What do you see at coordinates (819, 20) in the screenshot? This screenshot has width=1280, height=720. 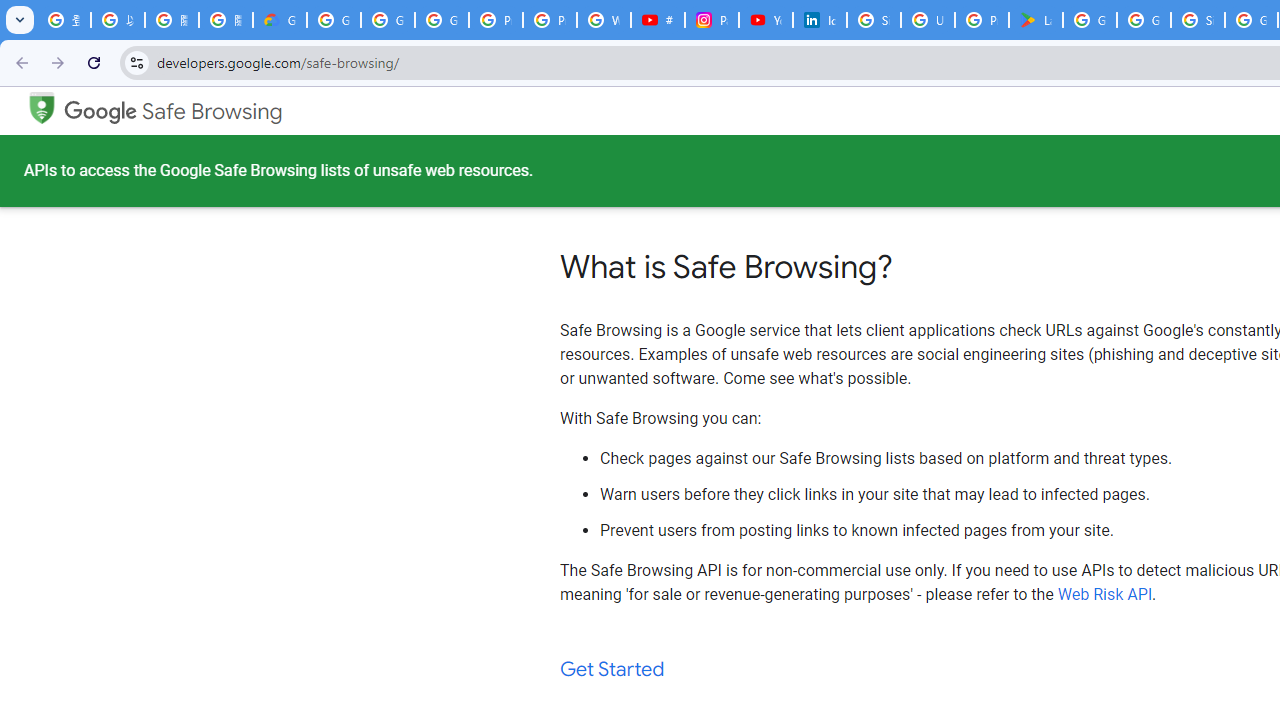 I see `'Identity verification via Persona | LinkedIn Help'` at bounding box center [819, 20].